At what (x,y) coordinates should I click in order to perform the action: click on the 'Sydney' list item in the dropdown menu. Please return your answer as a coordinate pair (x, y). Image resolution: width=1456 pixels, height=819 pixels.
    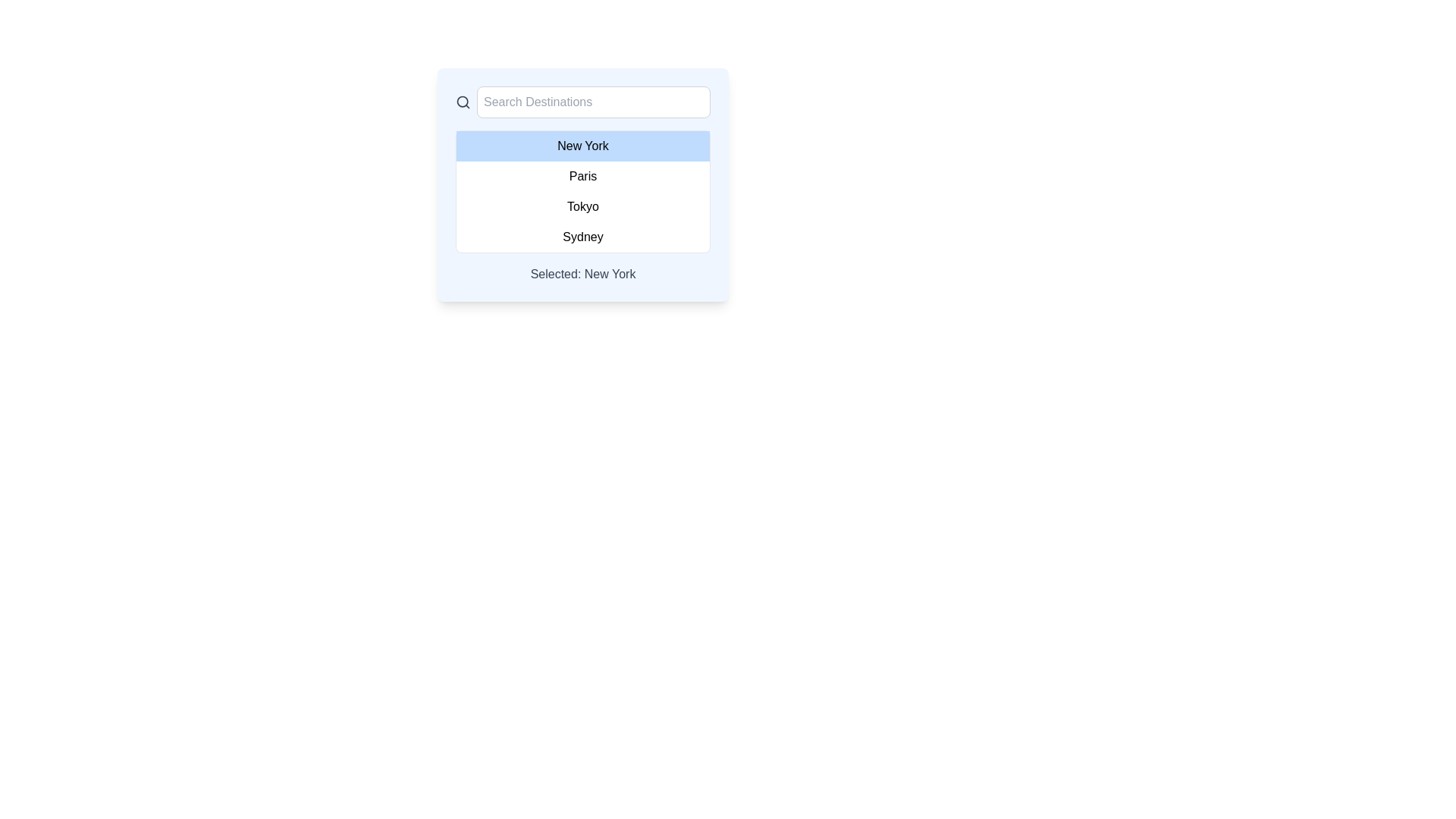
    Looking at the image, I should click on (582, 237).